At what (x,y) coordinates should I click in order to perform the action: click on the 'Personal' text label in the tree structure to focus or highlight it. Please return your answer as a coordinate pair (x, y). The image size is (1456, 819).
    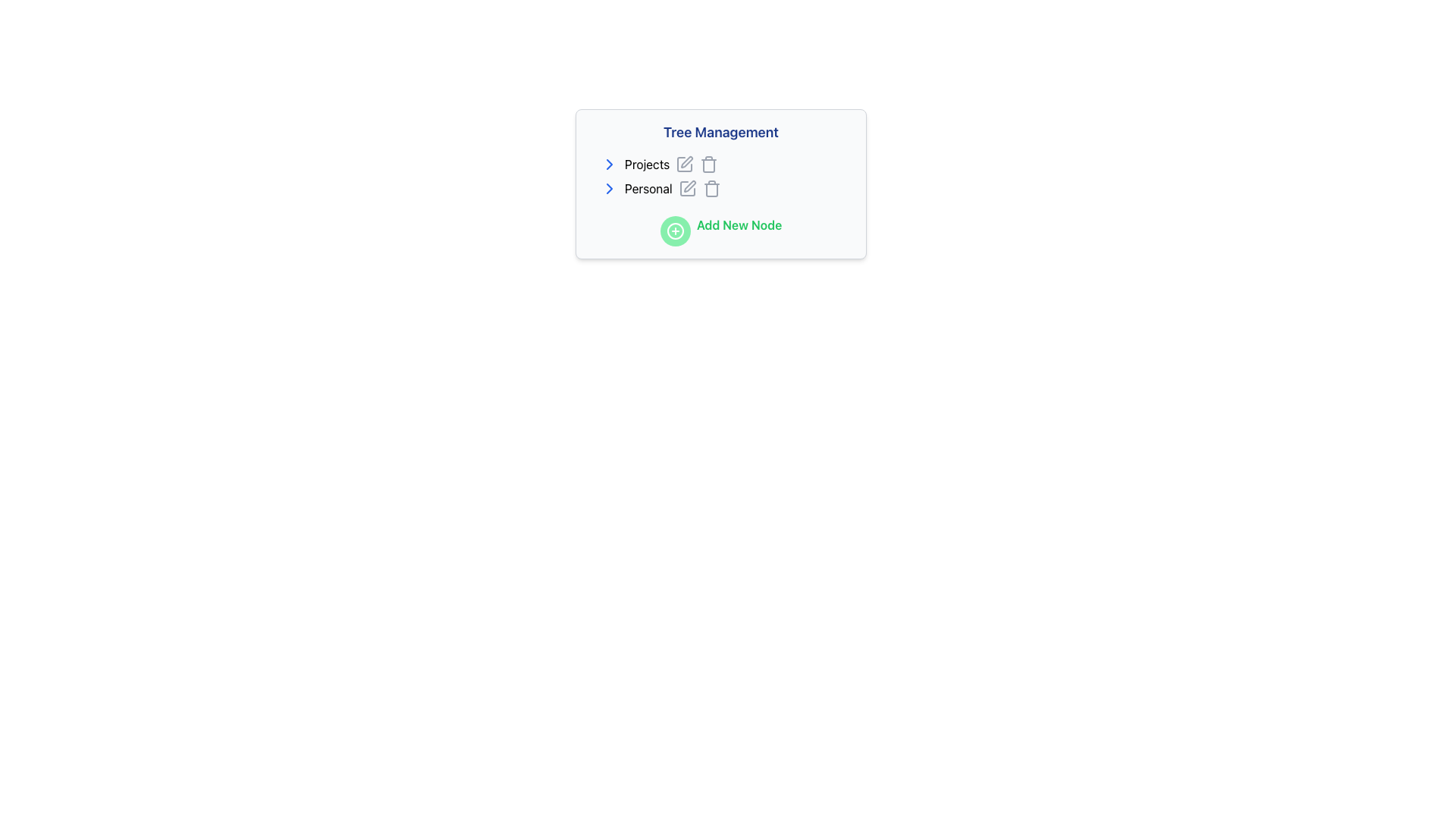
    Looking at the image, I should click on (648, 188).